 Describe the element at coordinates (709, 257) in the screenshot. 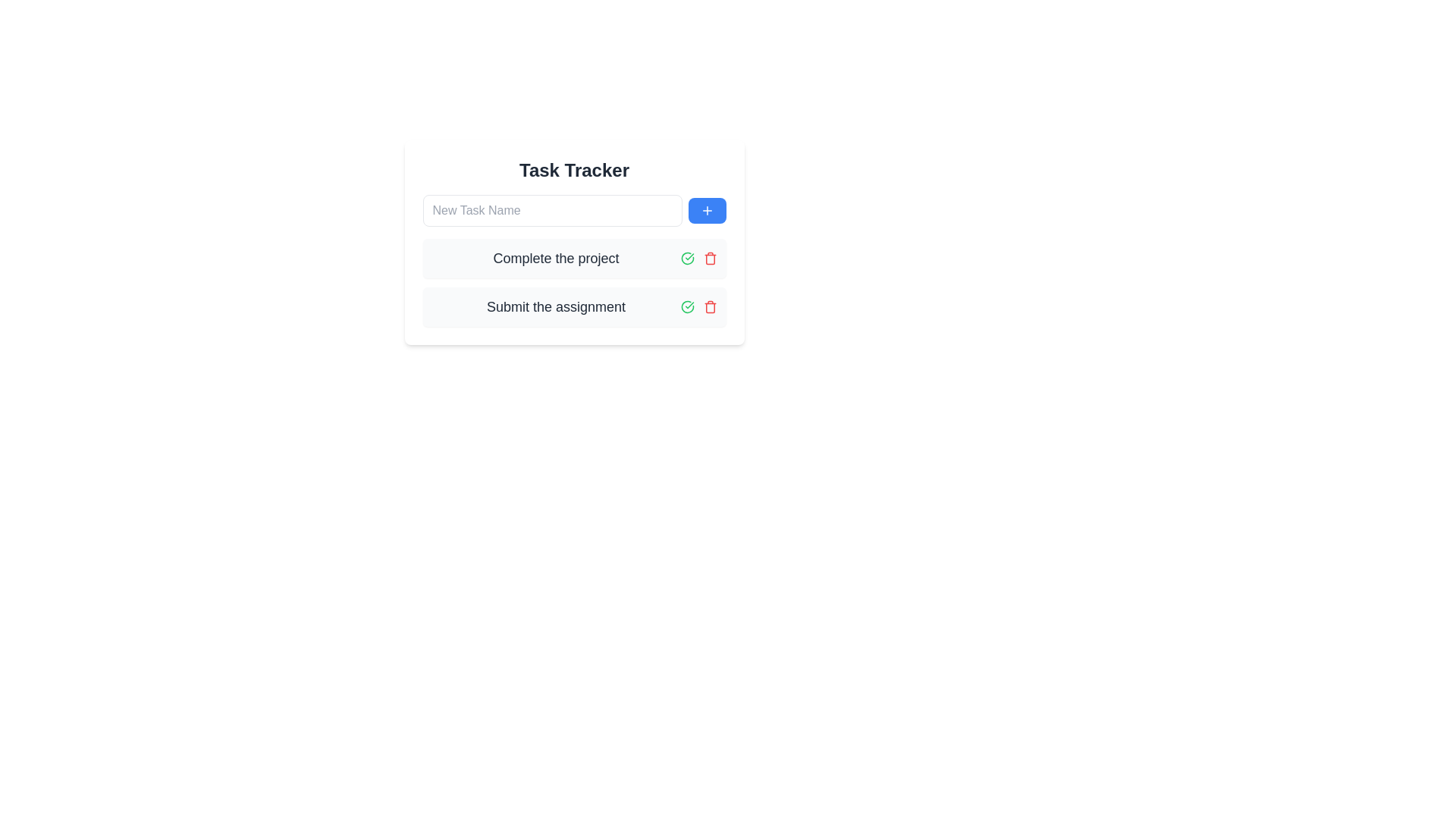

I see `the Icon button located at the right end of a horizontal layout, next to the text 'Complete the project'` at that location.